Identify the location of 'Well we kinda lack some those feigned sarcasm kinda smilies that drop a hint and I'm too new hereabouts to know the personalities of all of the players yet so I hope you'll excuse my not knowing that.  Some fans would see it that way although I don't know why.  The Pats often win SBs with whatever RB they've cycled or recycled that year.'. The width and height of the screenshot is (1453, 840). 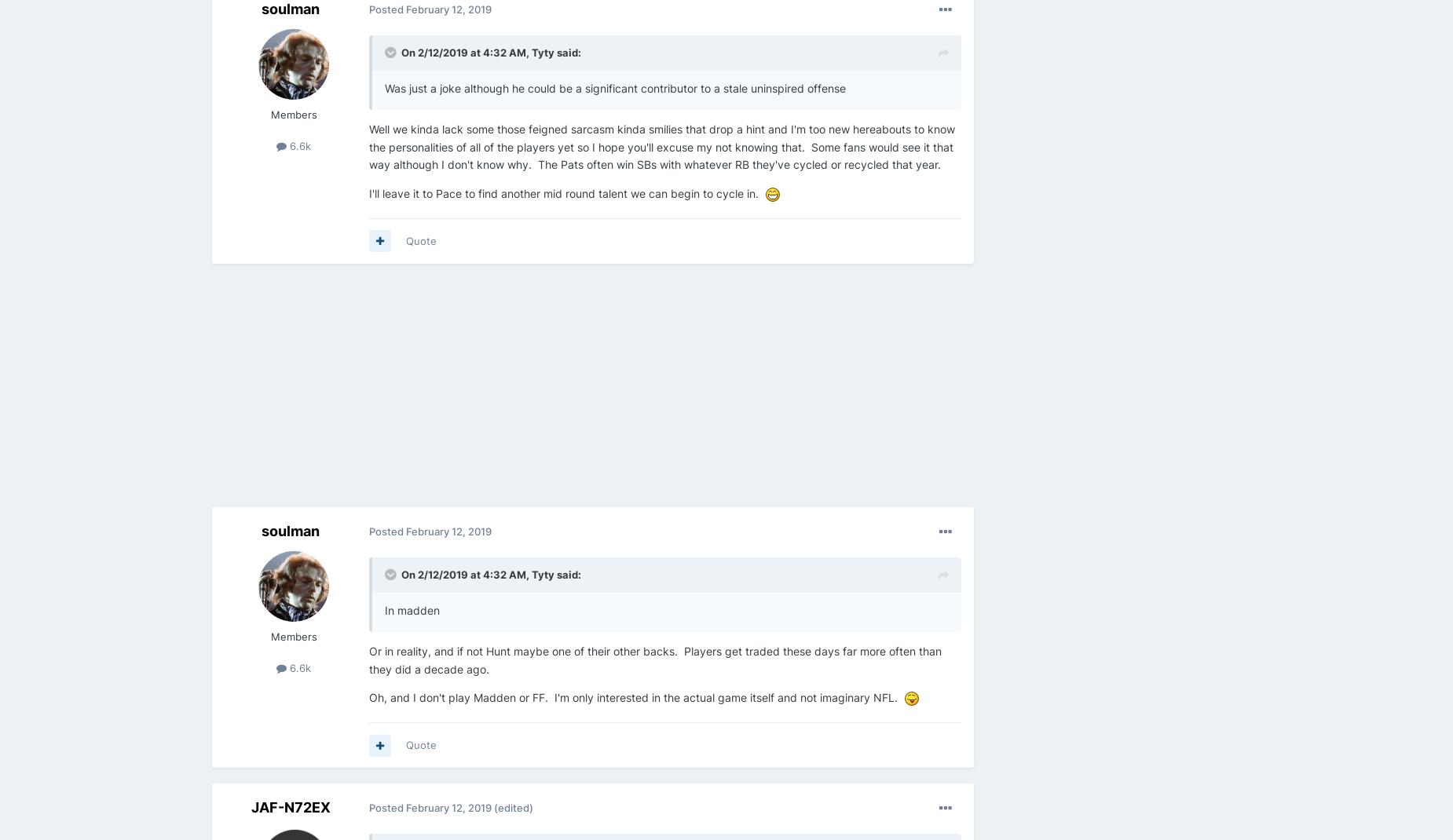
(662, 146).